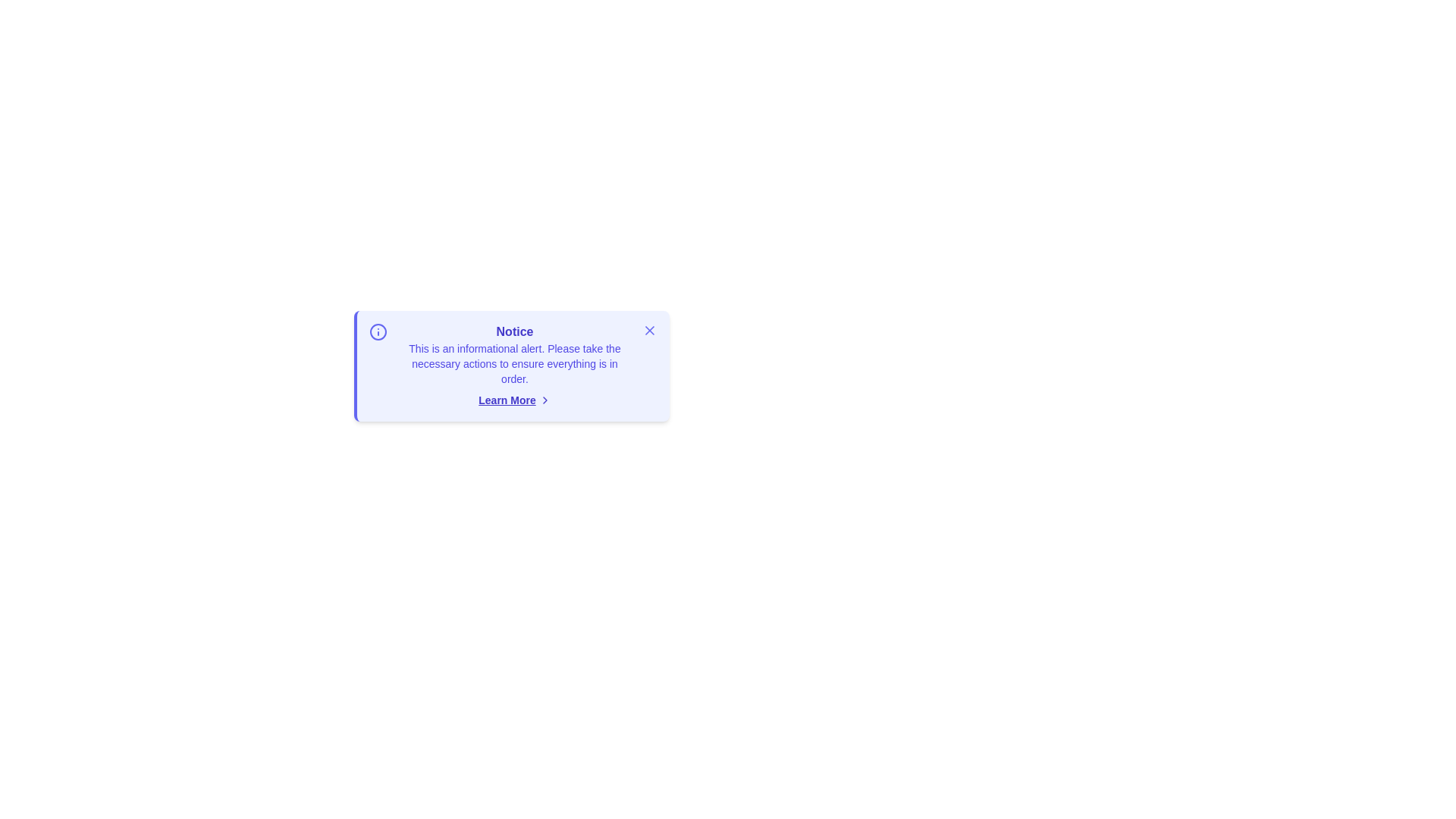 This screenshot has height=819, width=1456. What do you see at coordinates (514, 400) in the screenshot?
I see `the 'Learn More' button to expand details about the alert` at bounding box center [514, 400].